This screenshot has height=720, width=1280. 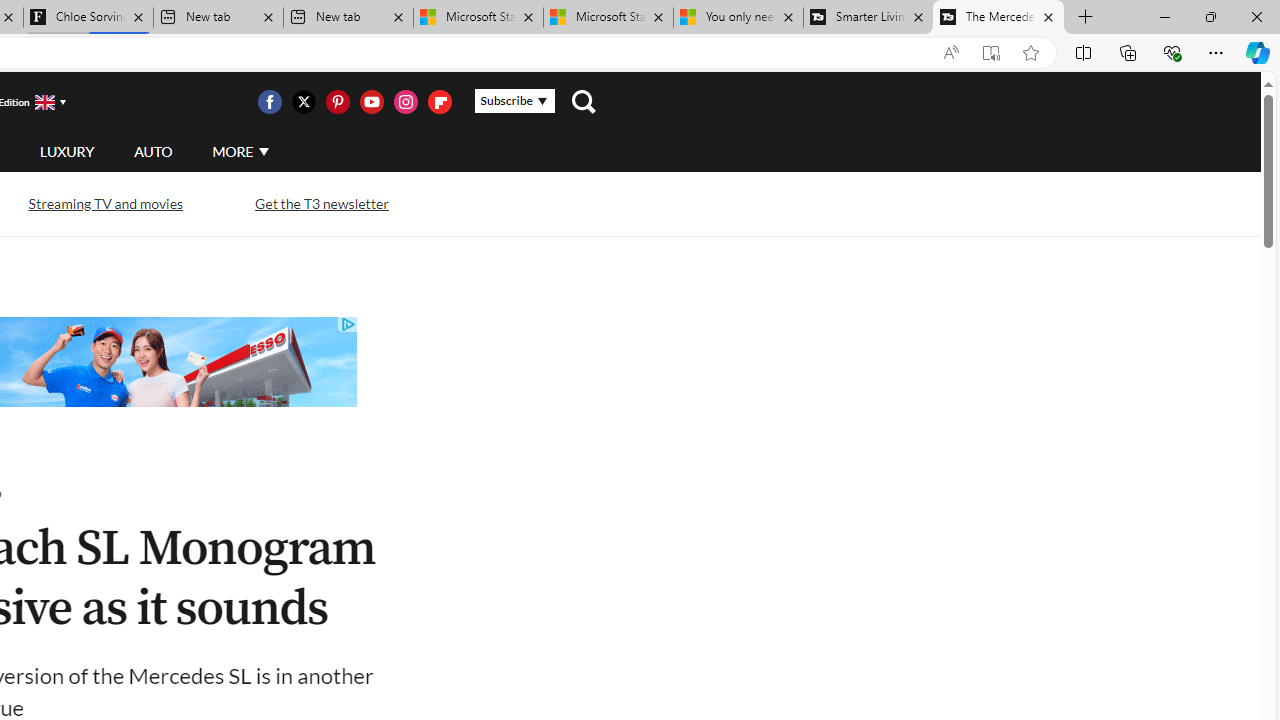 What do you see at coordinates (268, 101) in the screenshot?
I see `'Visit us on Facebook'` at bounding box center [268, 101].